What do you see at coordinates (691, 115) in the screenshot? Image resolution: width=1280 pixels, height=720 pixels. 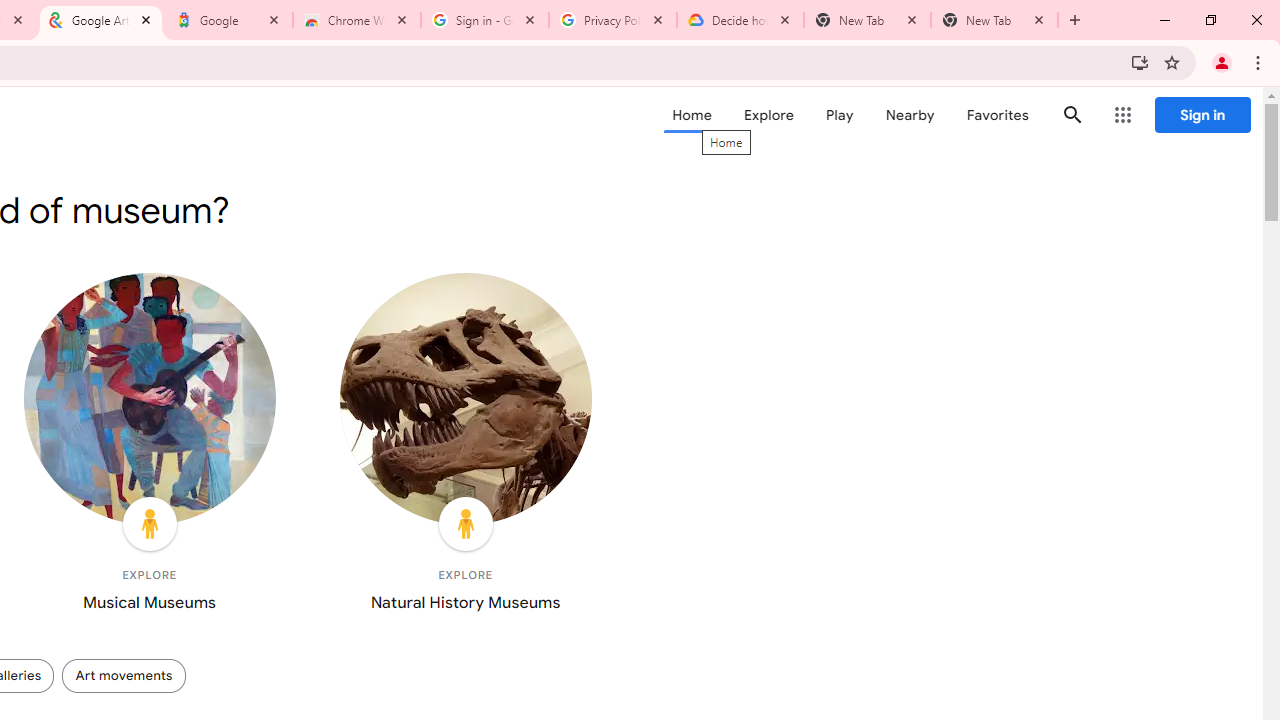 I see `'Home'` at bounding box center [691, 115].